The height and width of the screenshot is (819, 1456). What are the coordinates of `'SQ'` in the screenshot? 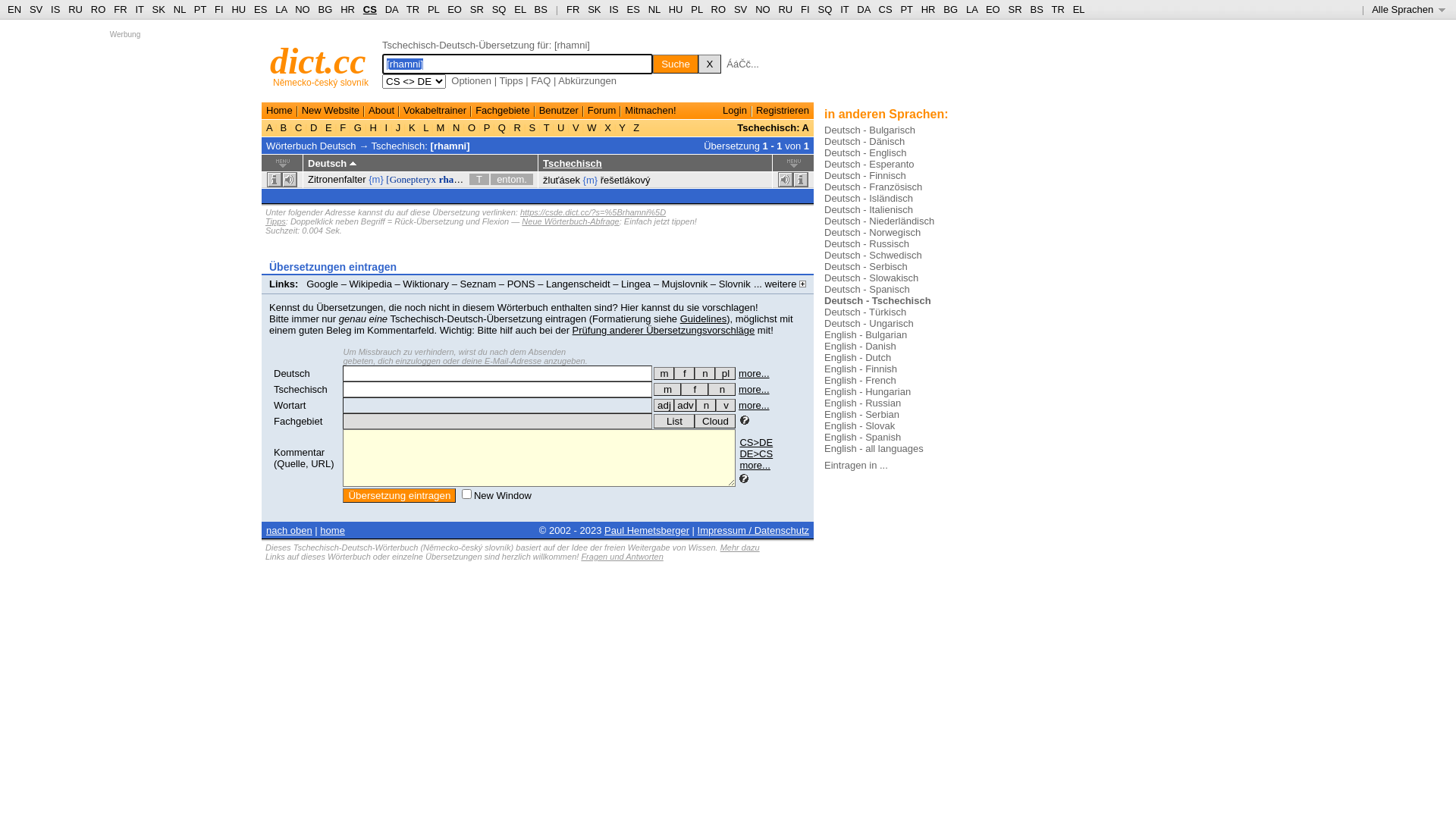 It's located at (824, 9).